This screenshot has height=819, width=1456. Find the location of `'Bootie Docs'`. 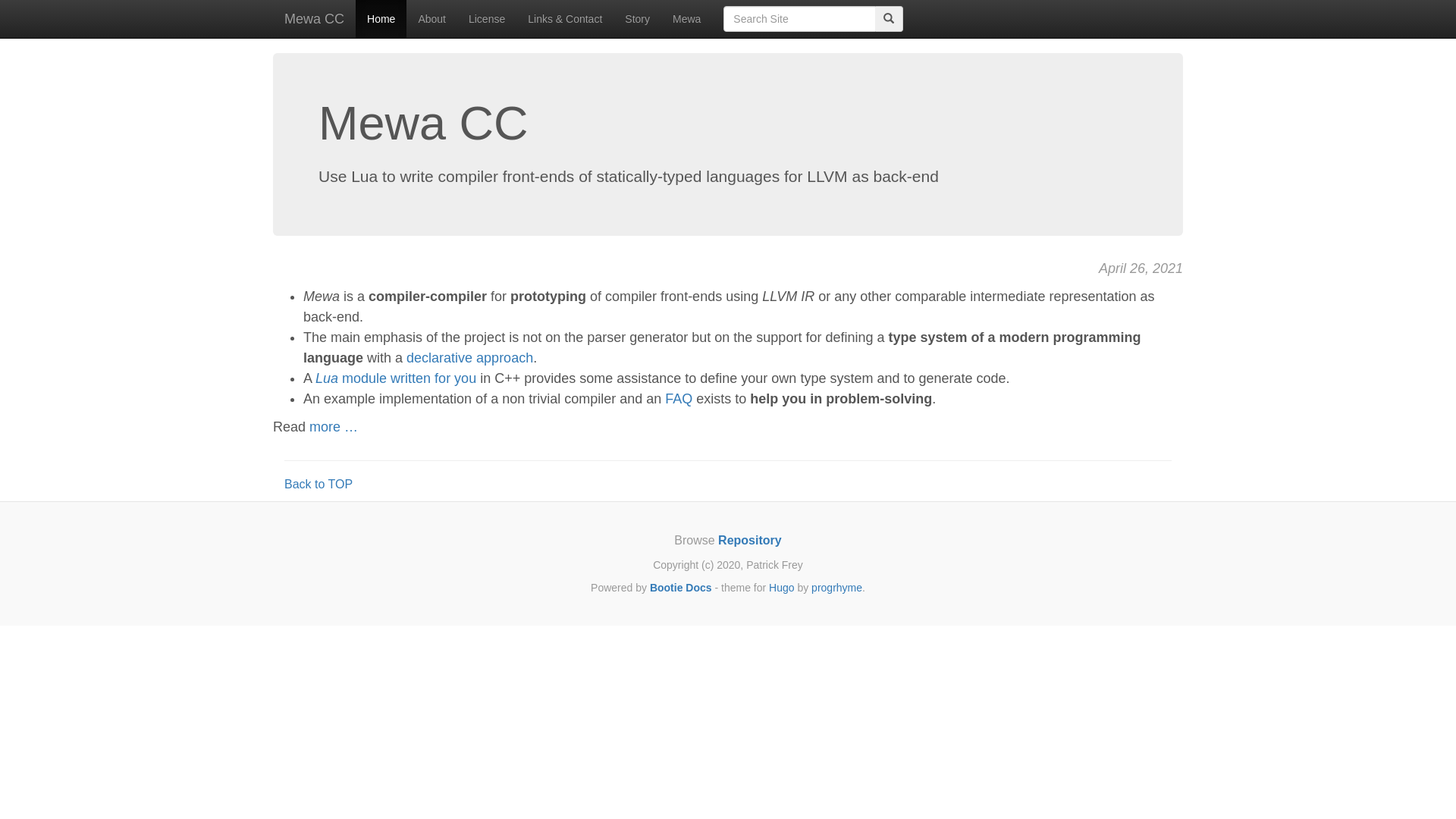

'Bootie Docs' is located at coordinates (650, 587).